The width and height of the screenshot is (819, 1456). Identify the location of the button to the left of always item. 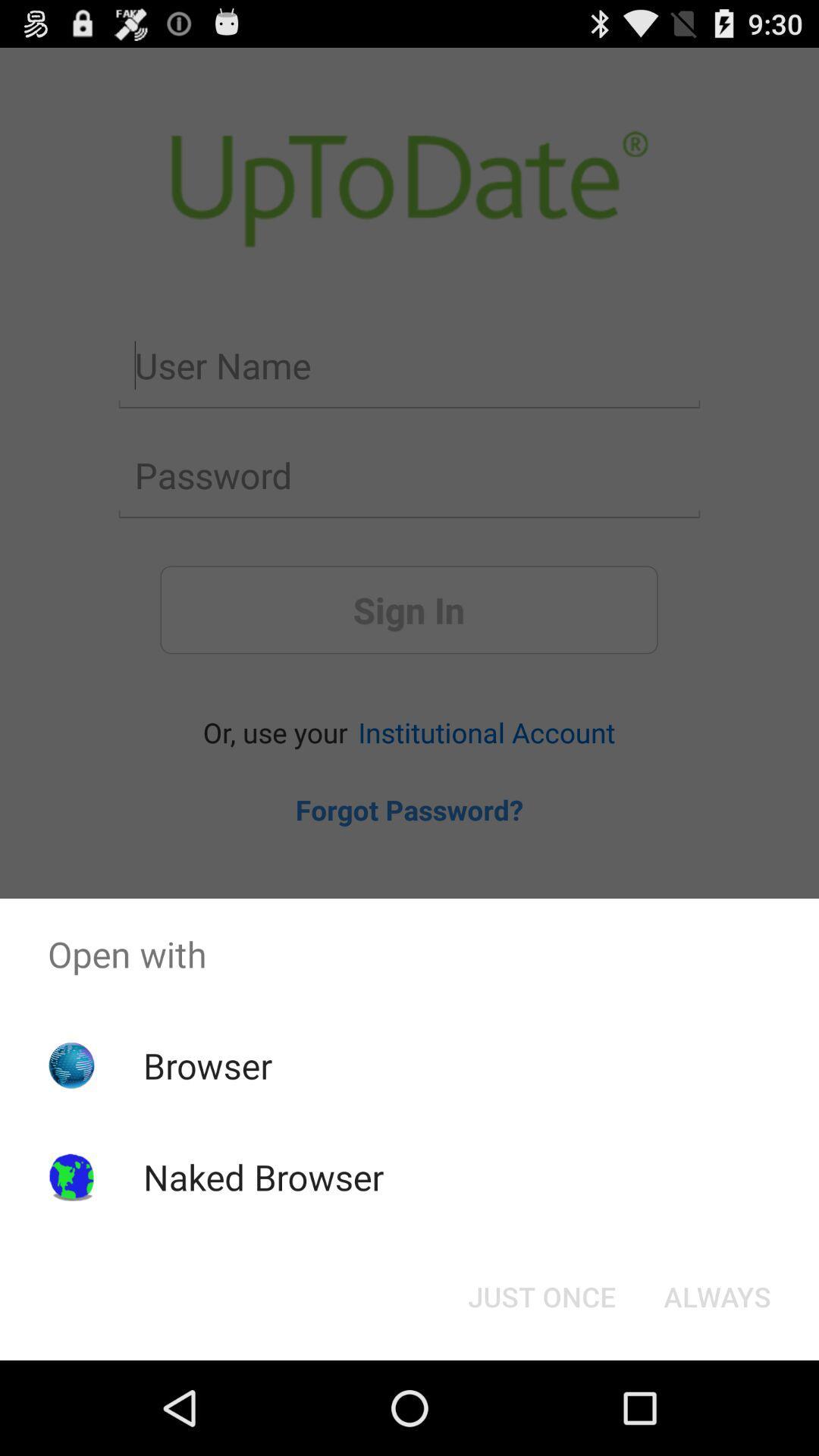
(541, 1295).